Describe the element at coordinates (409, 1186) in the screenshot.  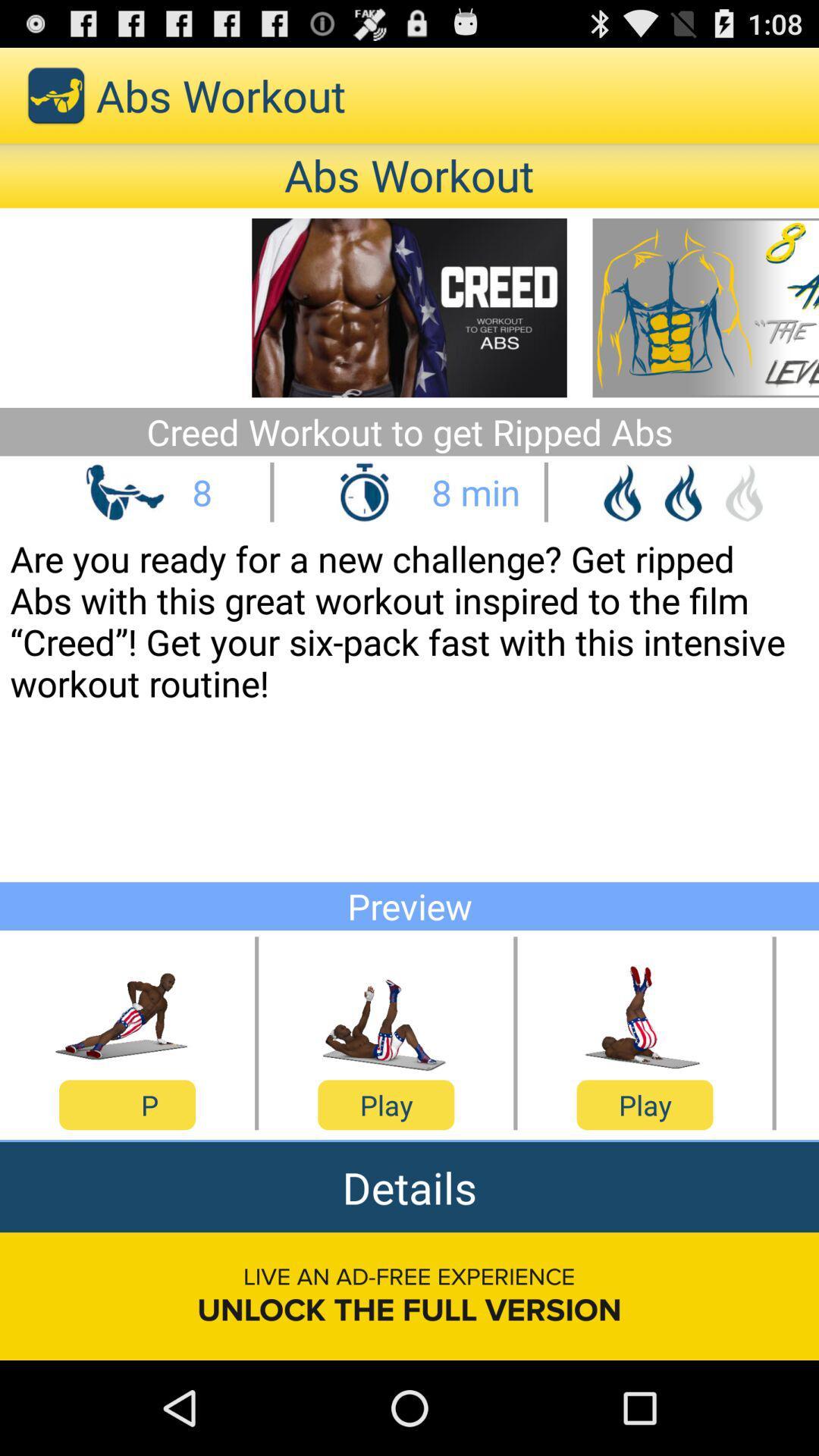
I see `the item above live an ad` at that location.